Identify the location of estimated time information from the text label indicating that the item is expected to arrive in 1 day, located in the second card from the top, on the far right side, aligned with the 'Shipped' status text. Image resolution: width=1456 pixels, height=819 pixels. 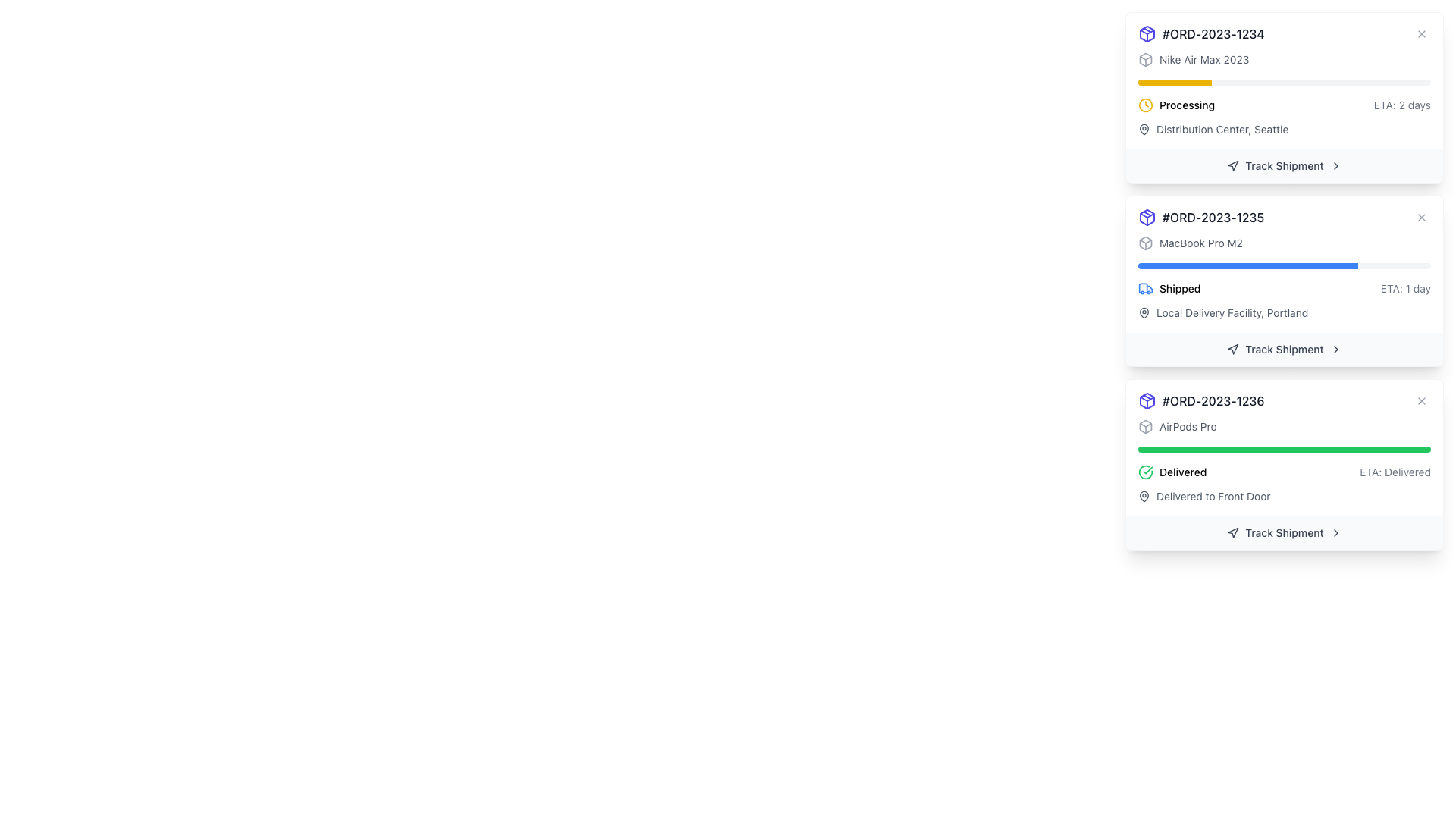
(1404, 289).